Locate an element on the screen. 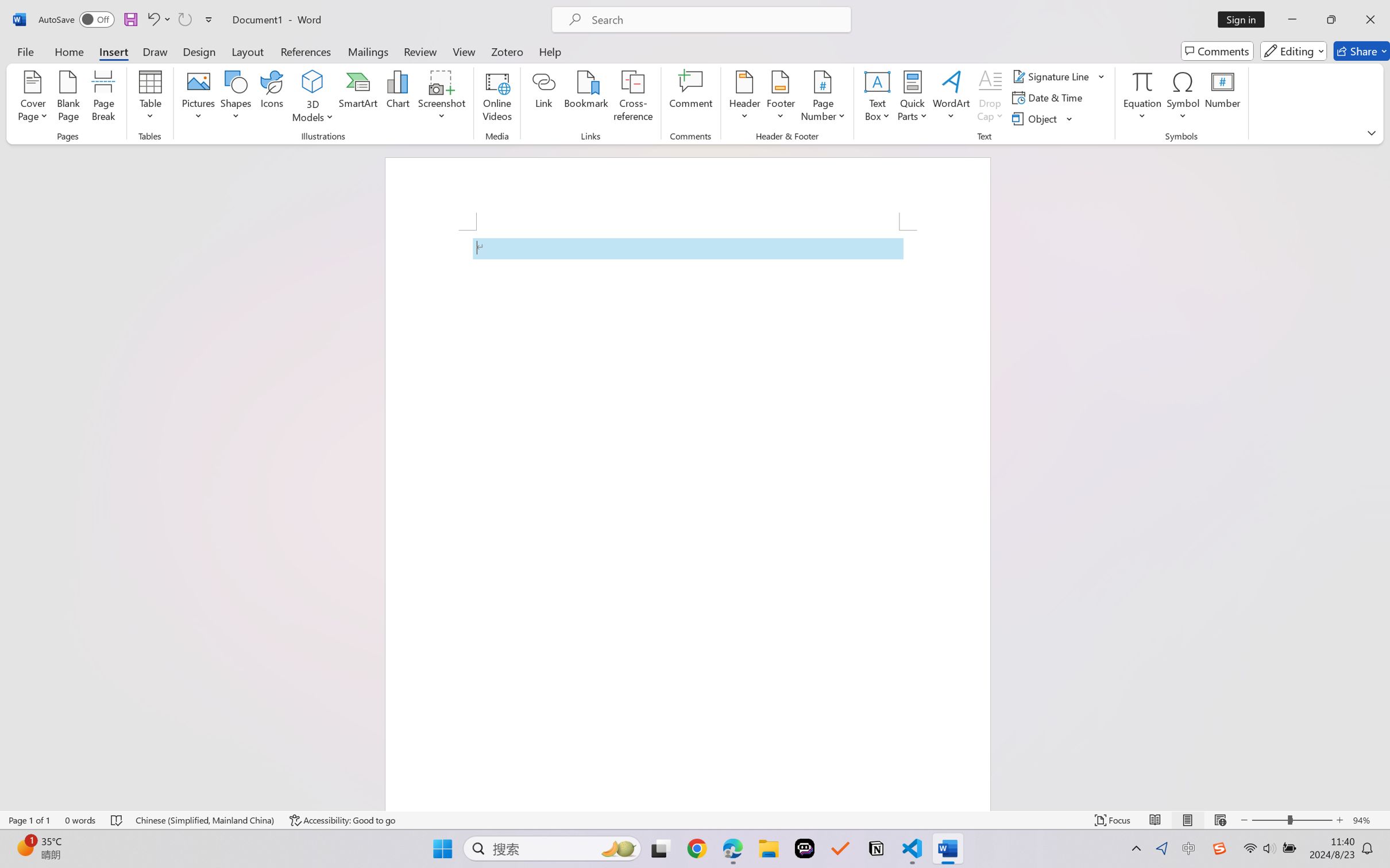  'Quick Parts' is located at coordinates (913, 98).